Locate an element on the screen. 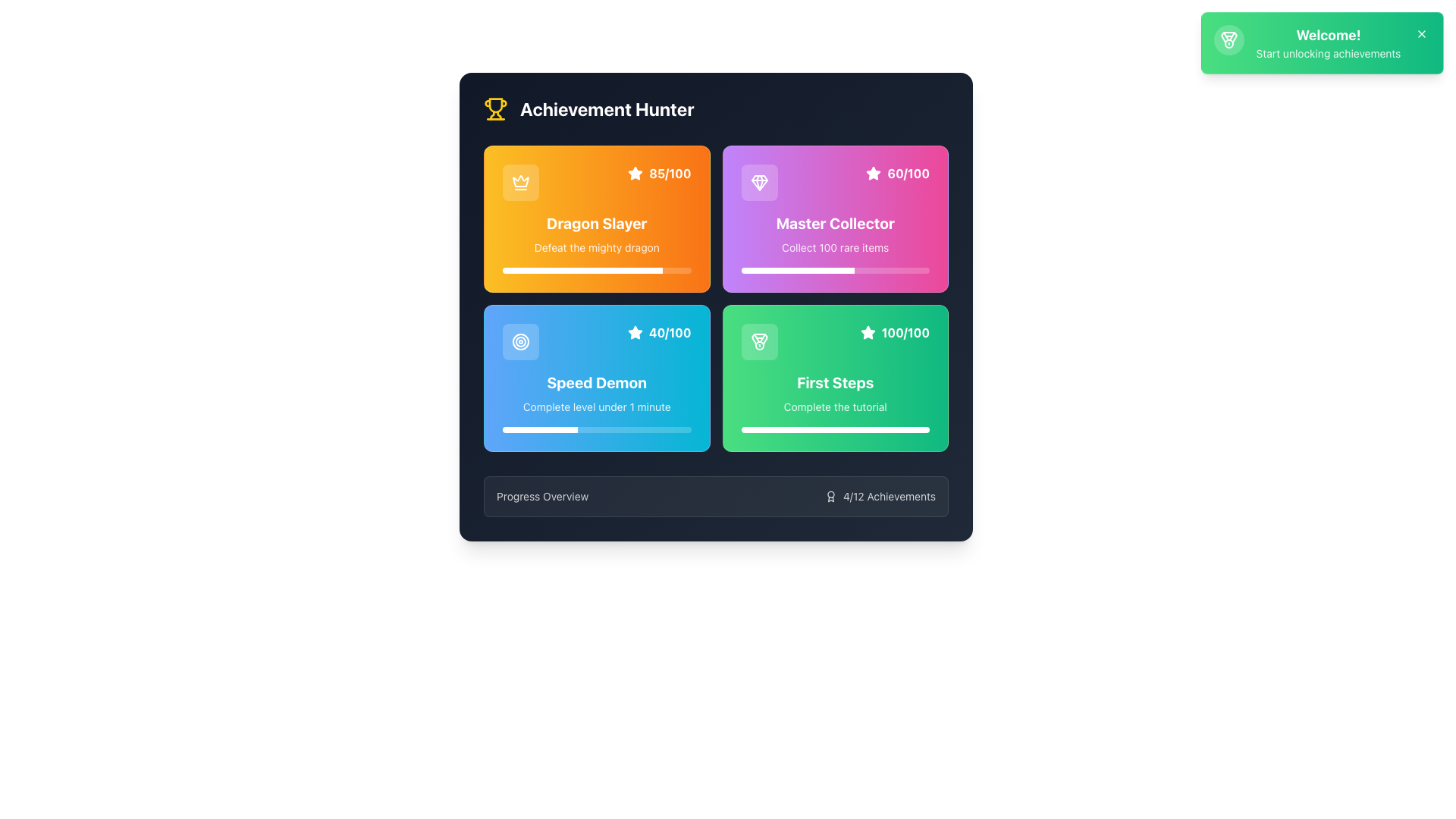 The image size is (1456, 819). contents of the text label displaying 'Speed Demon' in bold, white font, located in the lower-left card of a grid, above the text 'Complete level under 1 minute' is located at coordinates (596, 382).